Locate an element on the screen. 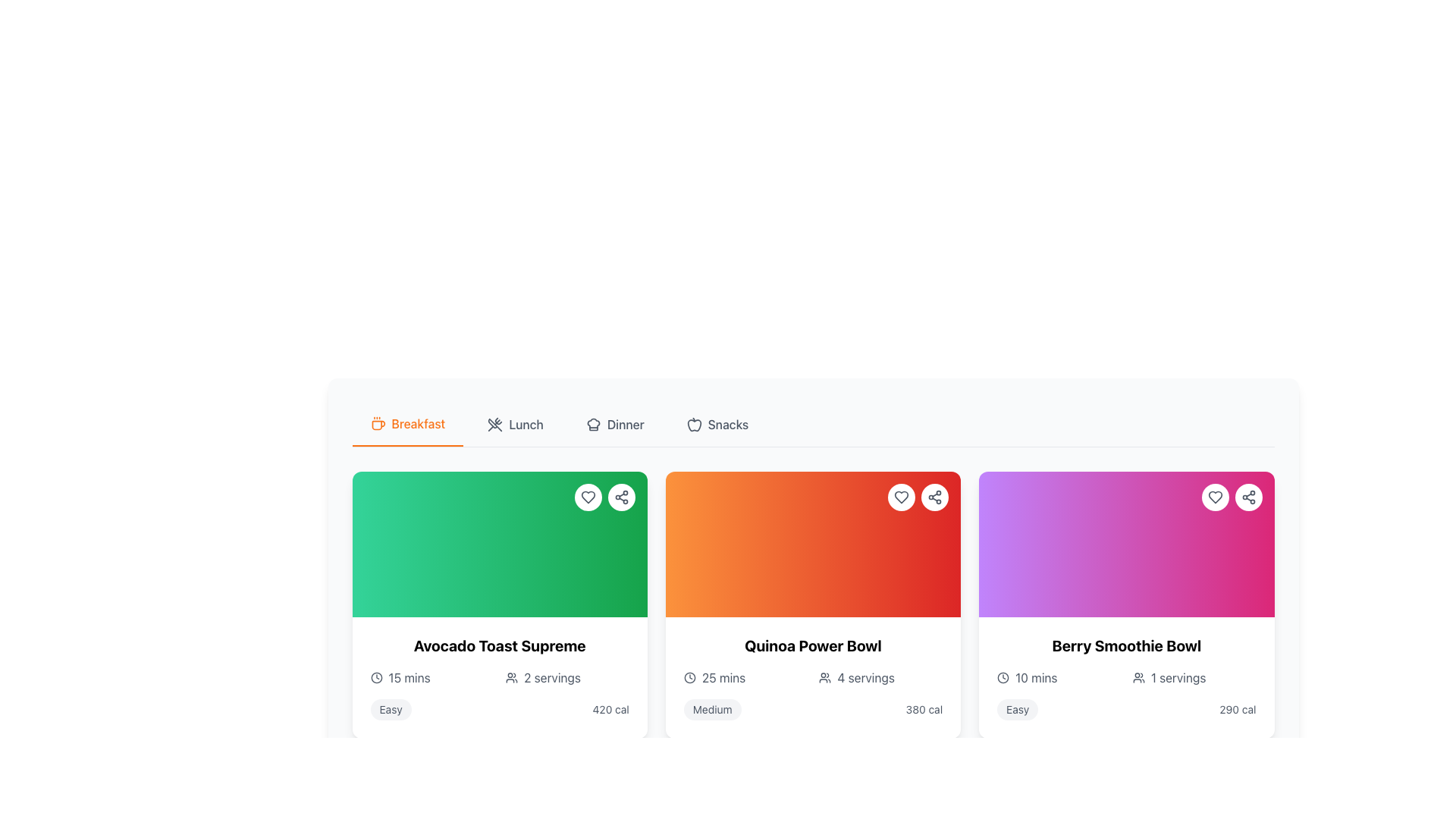  informational display containing '10 mins' and '1 servings' text below the 'Berry Smoothie Bowl' title is located at coordinates (1126, 677).